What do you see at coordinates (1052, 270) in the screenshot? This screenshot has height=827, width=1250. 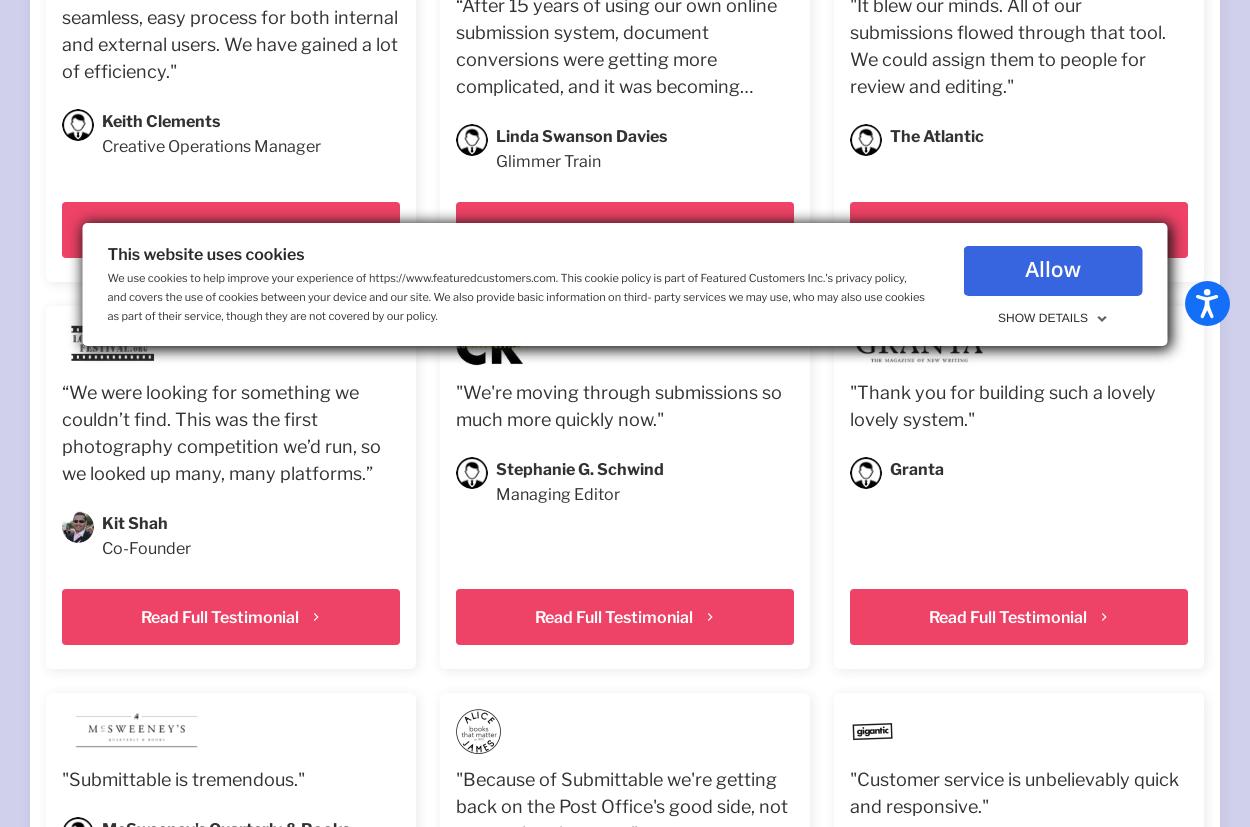 I see `'Allow'` at bounding box center [1052, 270].